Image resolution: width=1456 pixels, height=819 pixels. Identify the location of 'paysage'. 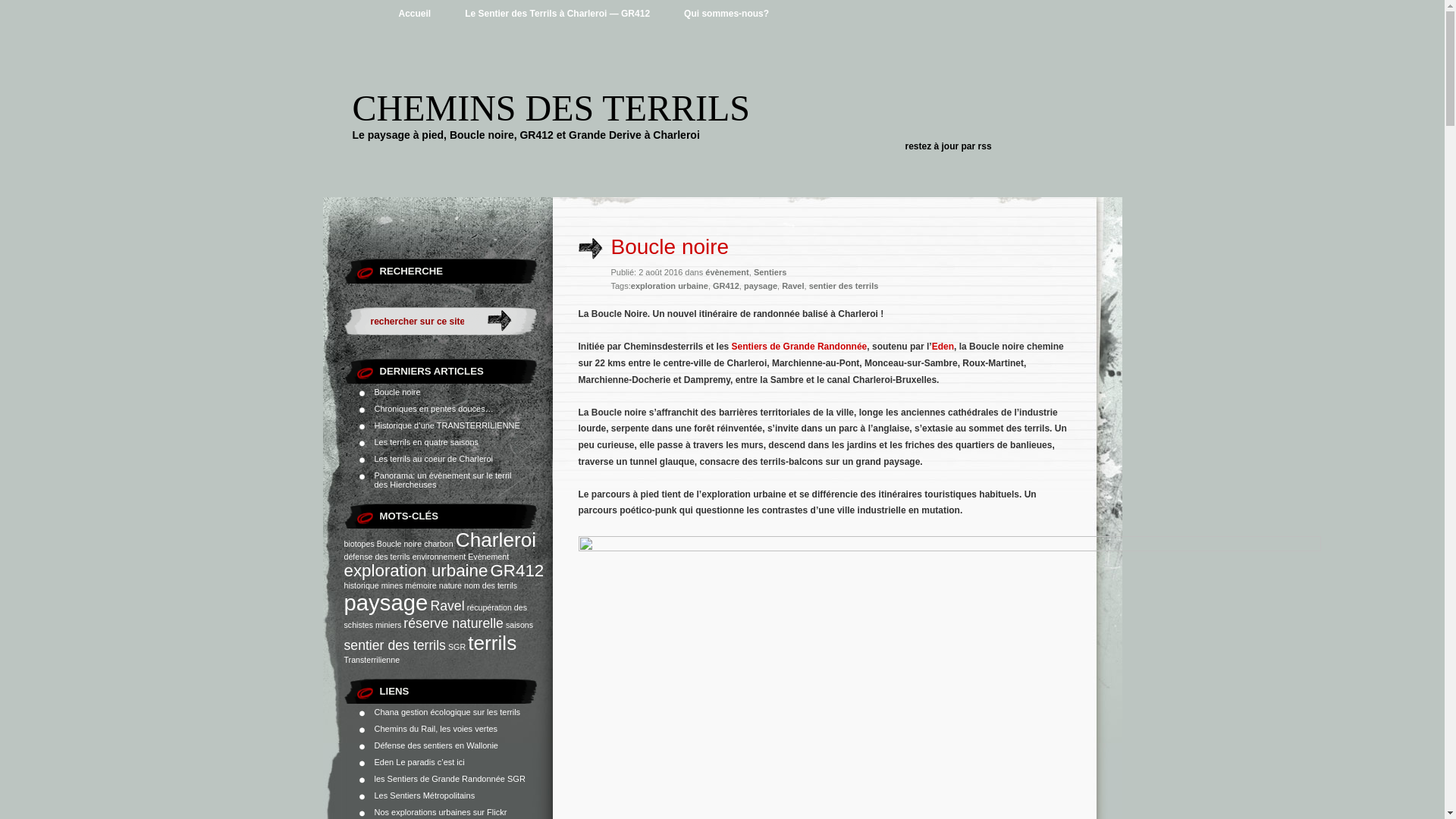
(761, 286).